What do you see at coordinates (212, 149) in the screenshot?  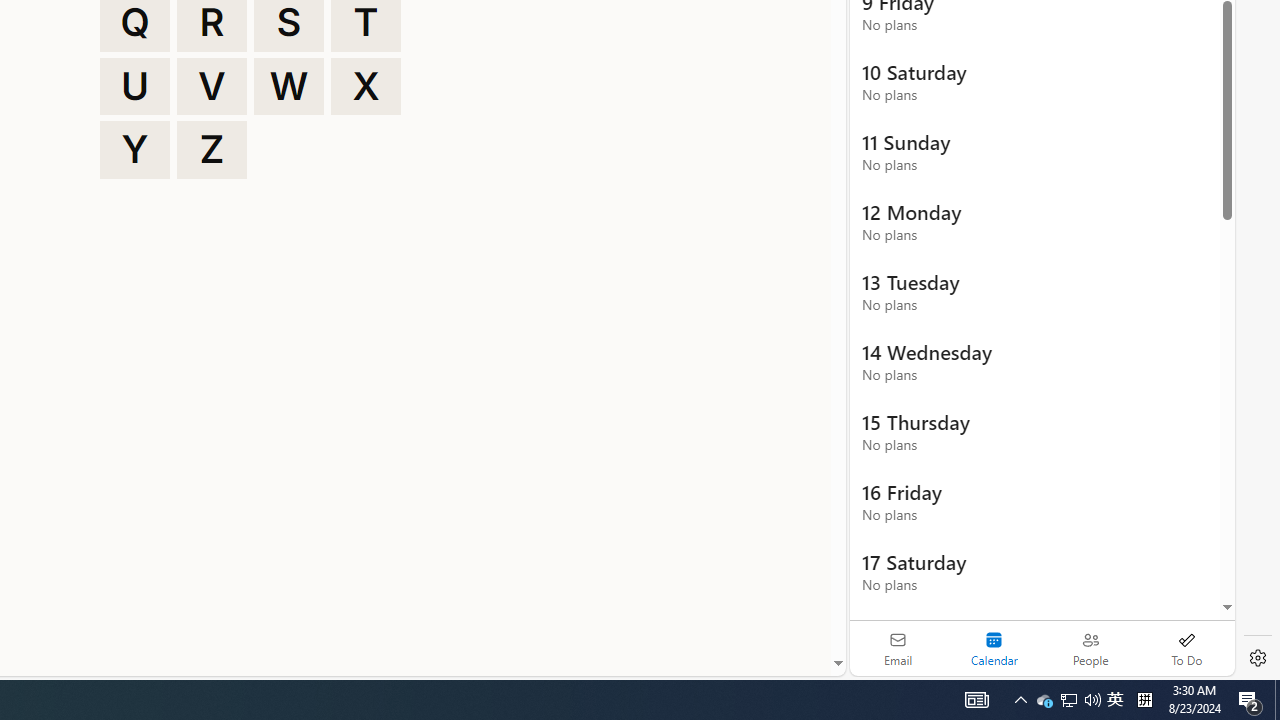 I see `'Z'` at bounding box center [212, 149].